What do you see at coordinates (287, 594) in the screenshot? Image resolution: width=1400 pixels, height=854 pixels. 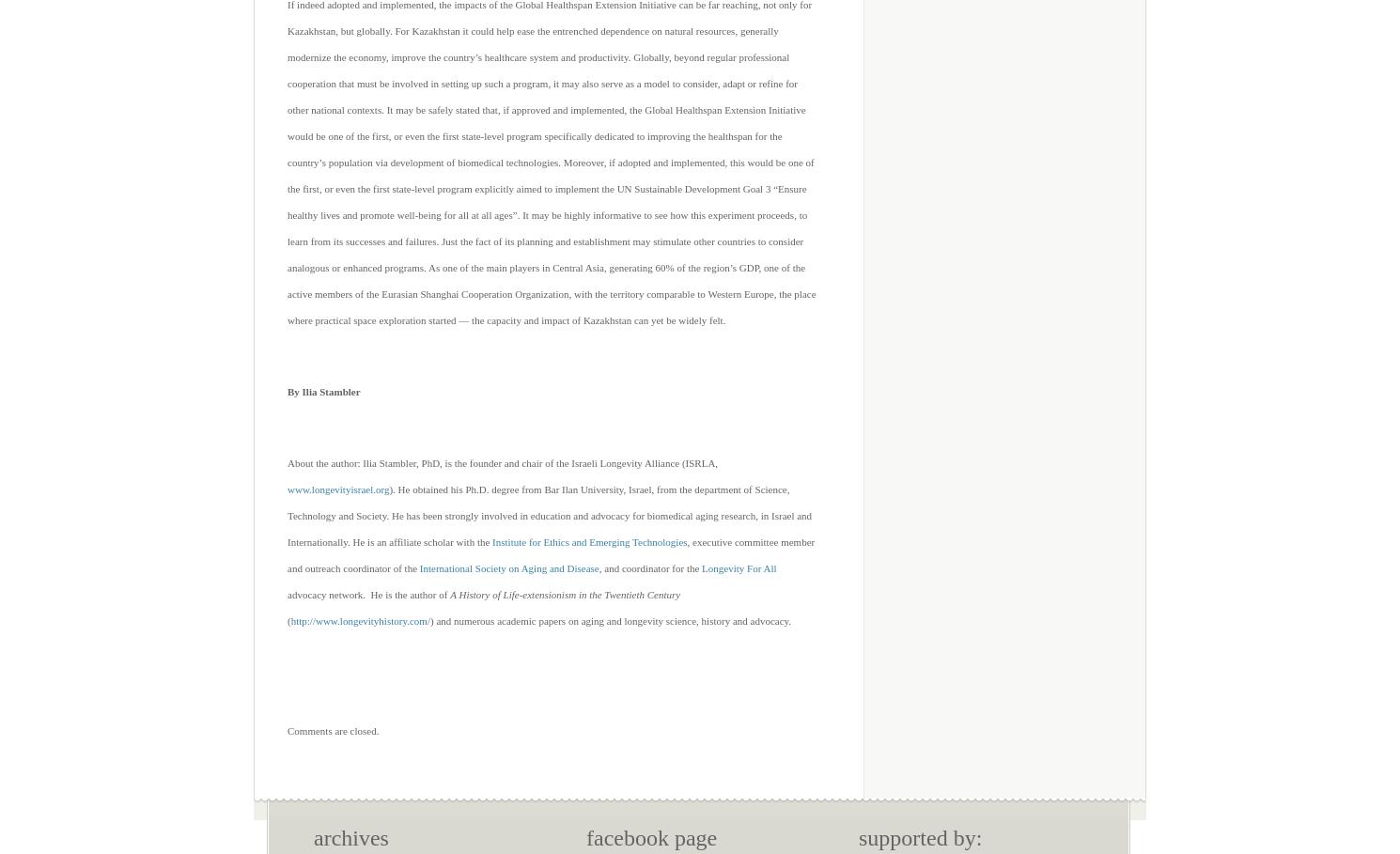 I see `'advocacy network.  He is the author of'` at bounding box center [287, 594].